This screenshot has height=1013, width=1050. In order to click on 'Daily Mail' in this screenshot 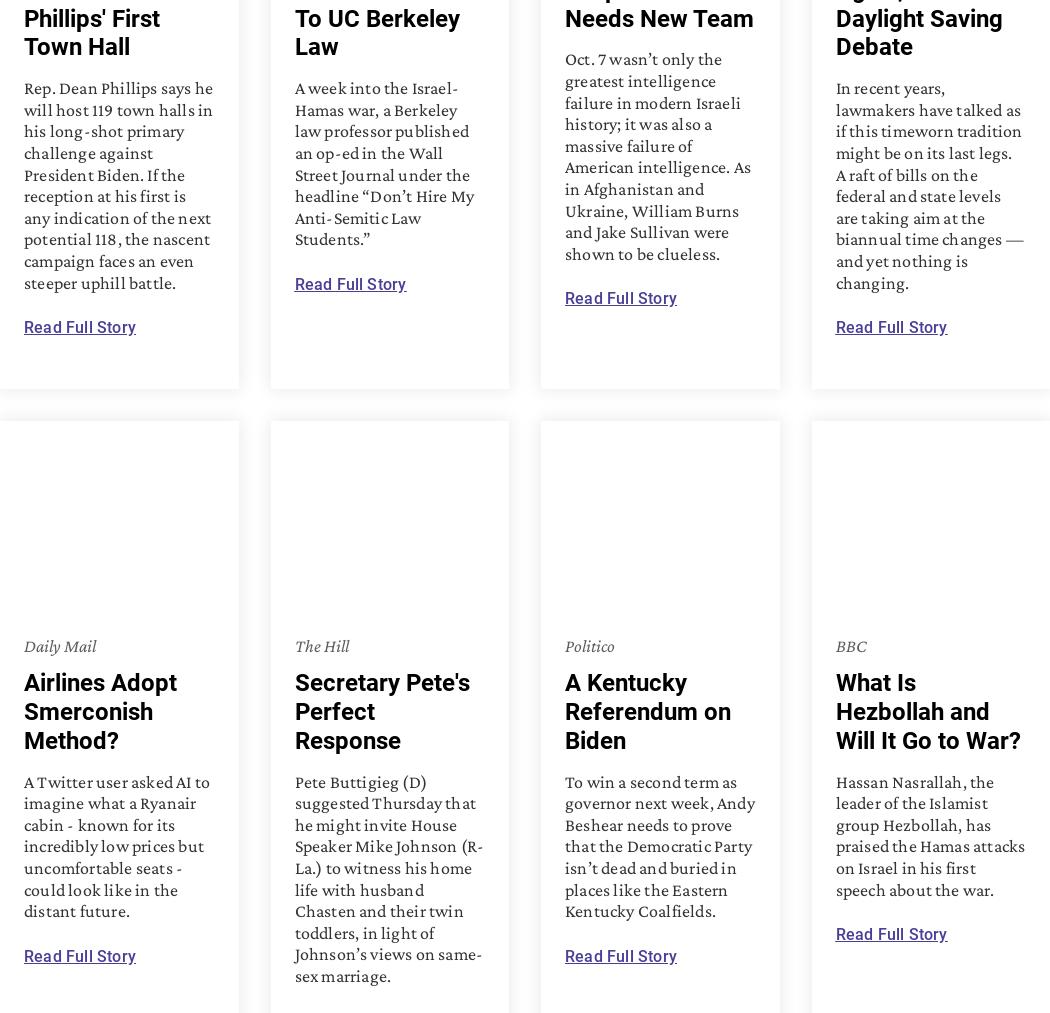, I will do `click(58, 643)`.